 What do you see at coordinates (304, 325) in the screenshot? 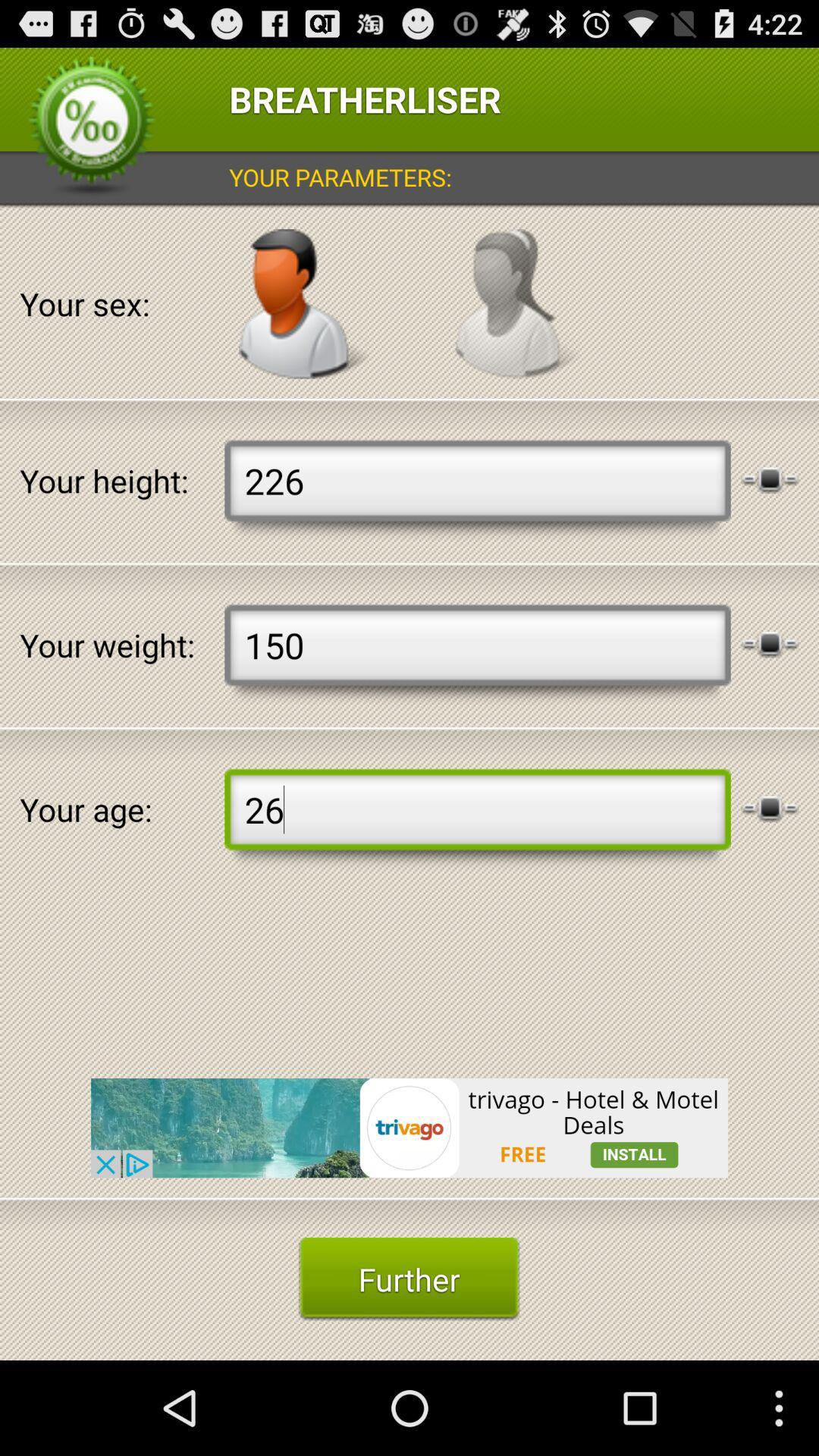
I see `the avatar icon` at bounding box center [304, 325].